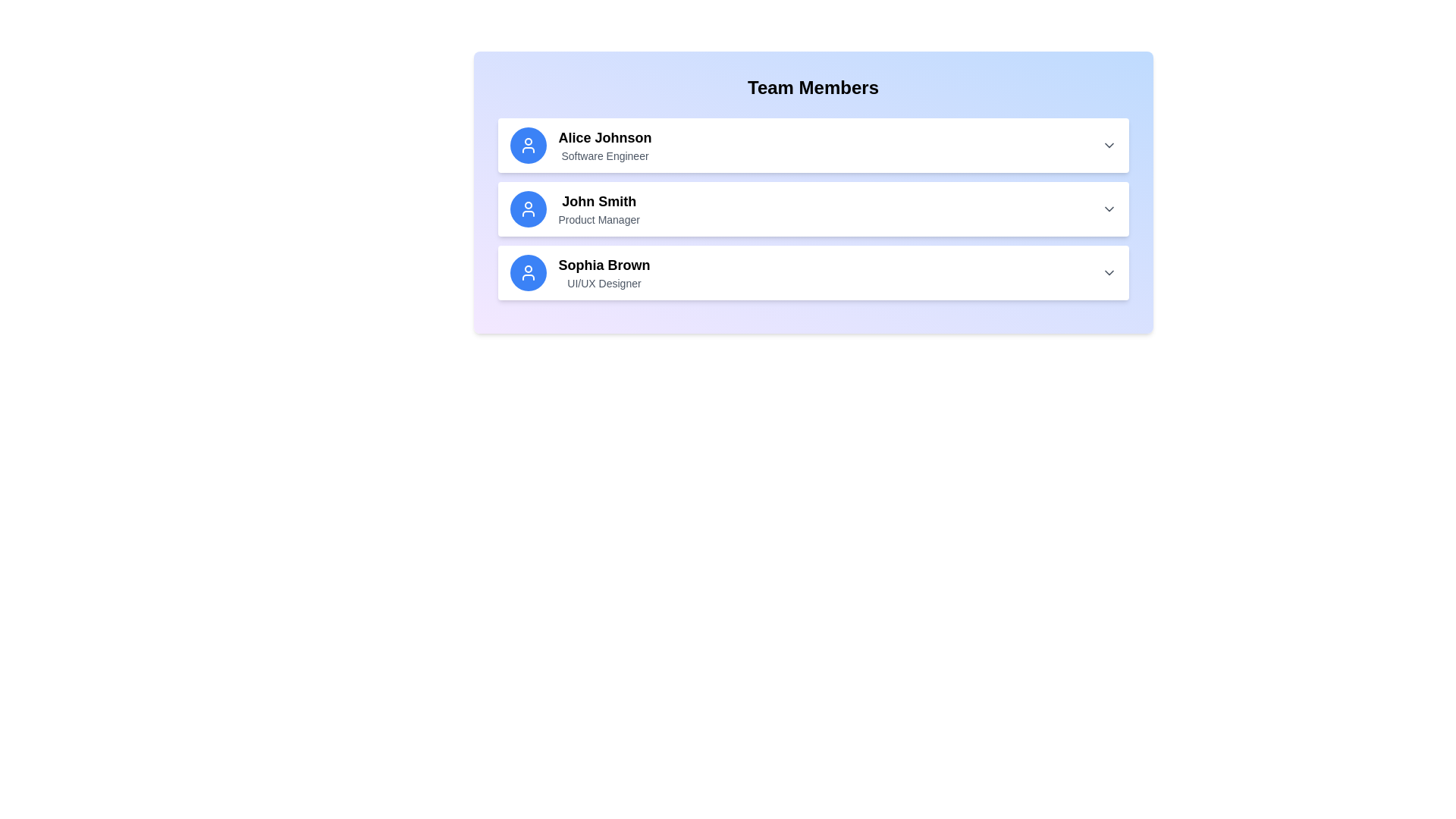  Describe the element at coordinates (604, 155) in the screenshot. I see `the text label that displays 'Software Engineer', which is styled in gray and positioned immediately below 'Alice Johnson' in the team member list` at that location.